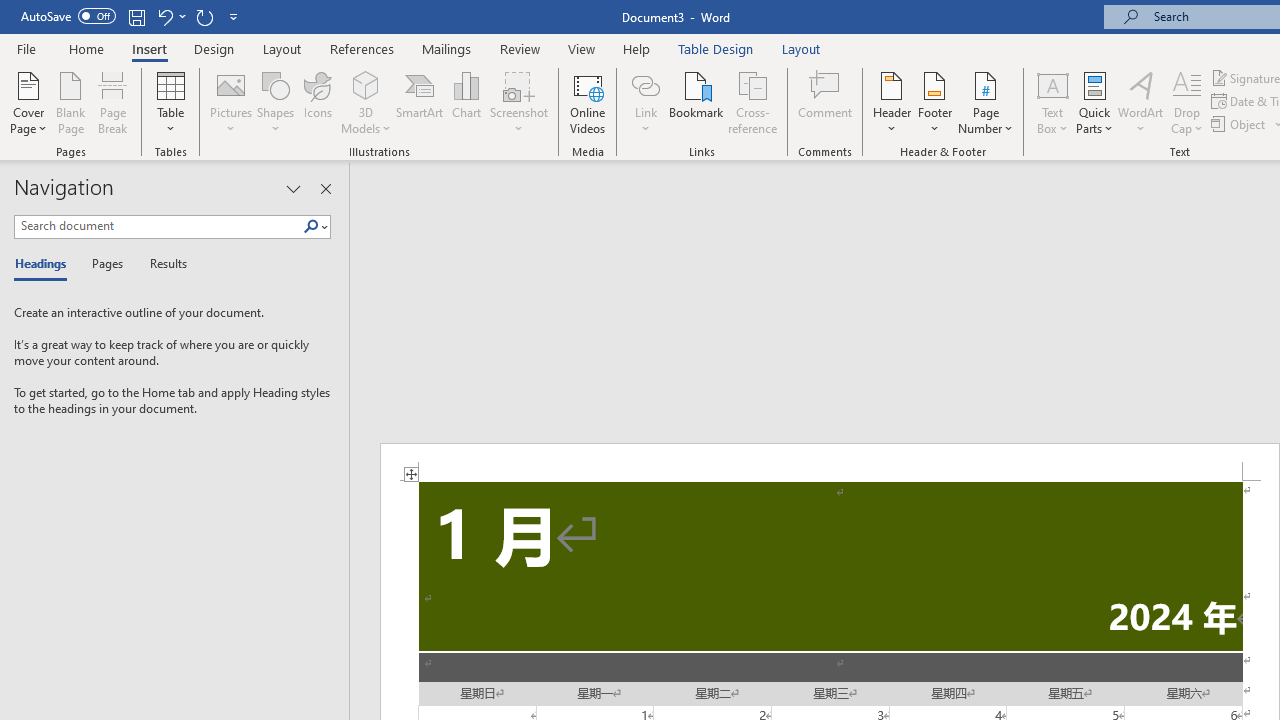 Image resolution: width=1280 pixels, height=720 pixels. What do you see at coordinates (170, 16) in the screenshot?
I see `'Undo Increase Indent'` at bounding box center [170, 16].